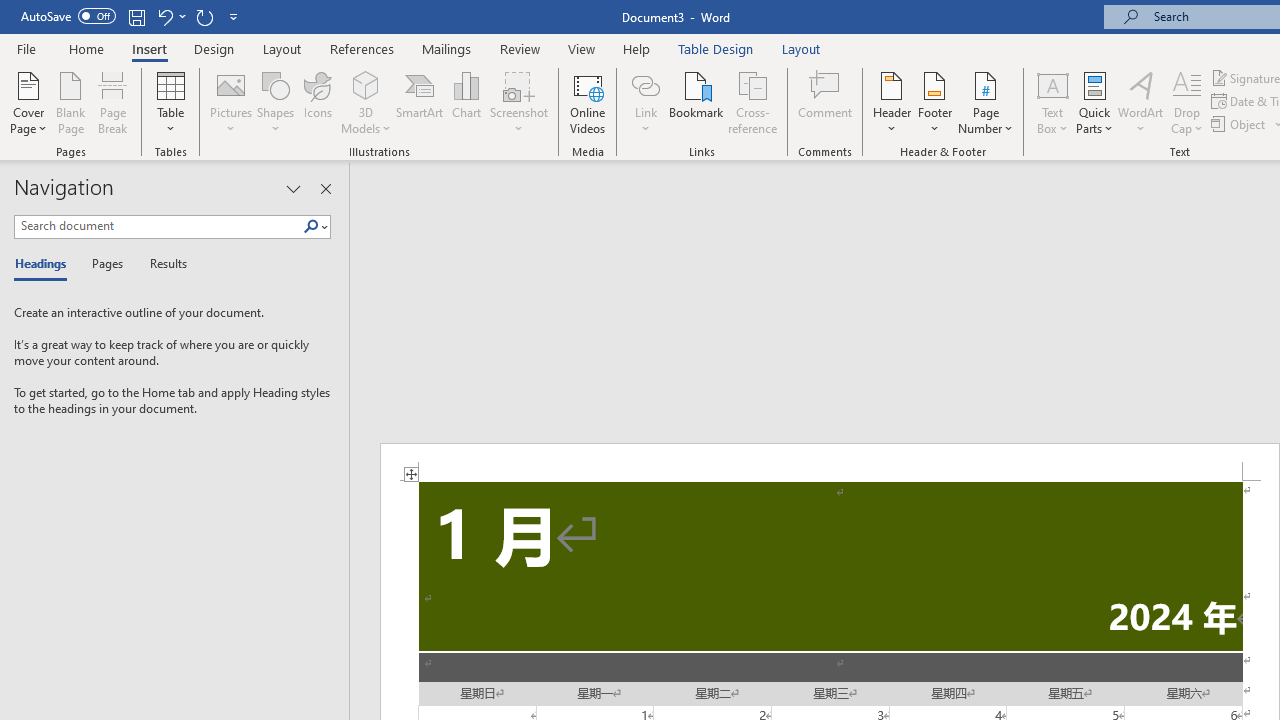 Image resolution: width=1280 pixels, height=720 pixels. What do you see at coordinates (170, 16) in the screenshot?
I see `'Undo Increase Indent'` at bounding box center [170, 16].